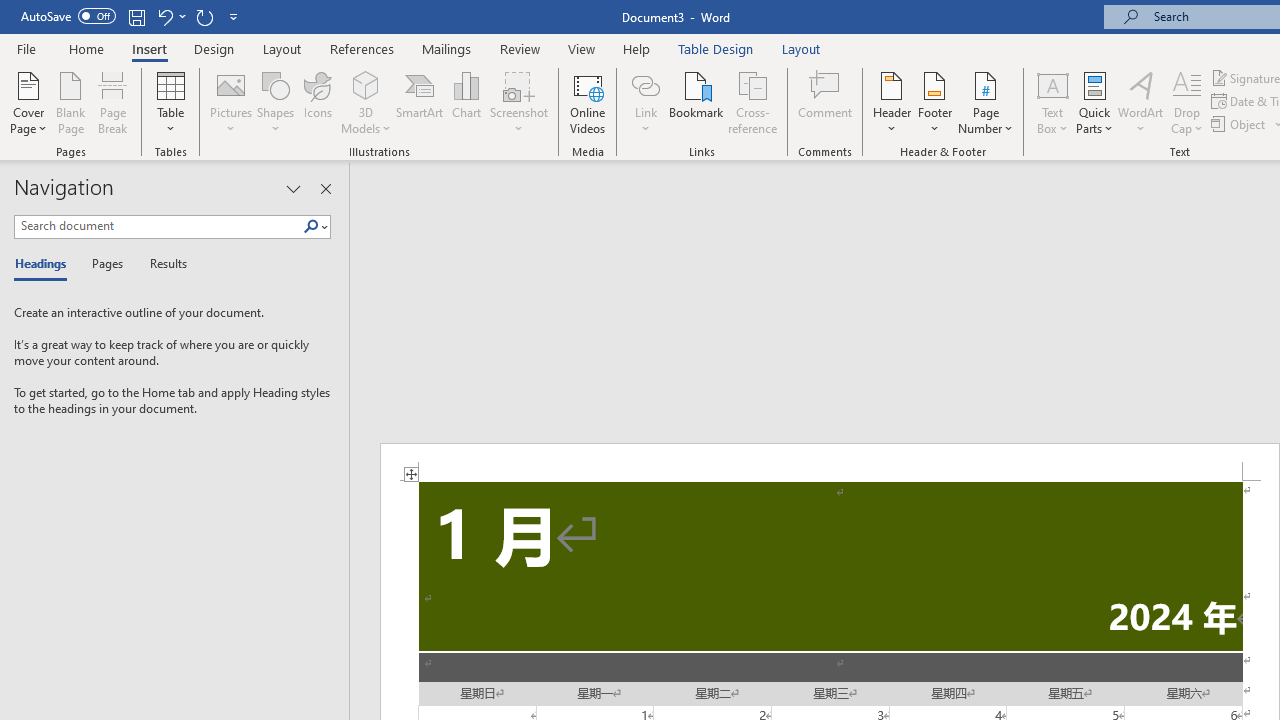 Image resolution: width=1280 pixels, height=720 pixels. What do you see at coordinates (170, 16) in the screenshot?
I see `'Undo Increase Indent'` at bounding box center [170, 16].